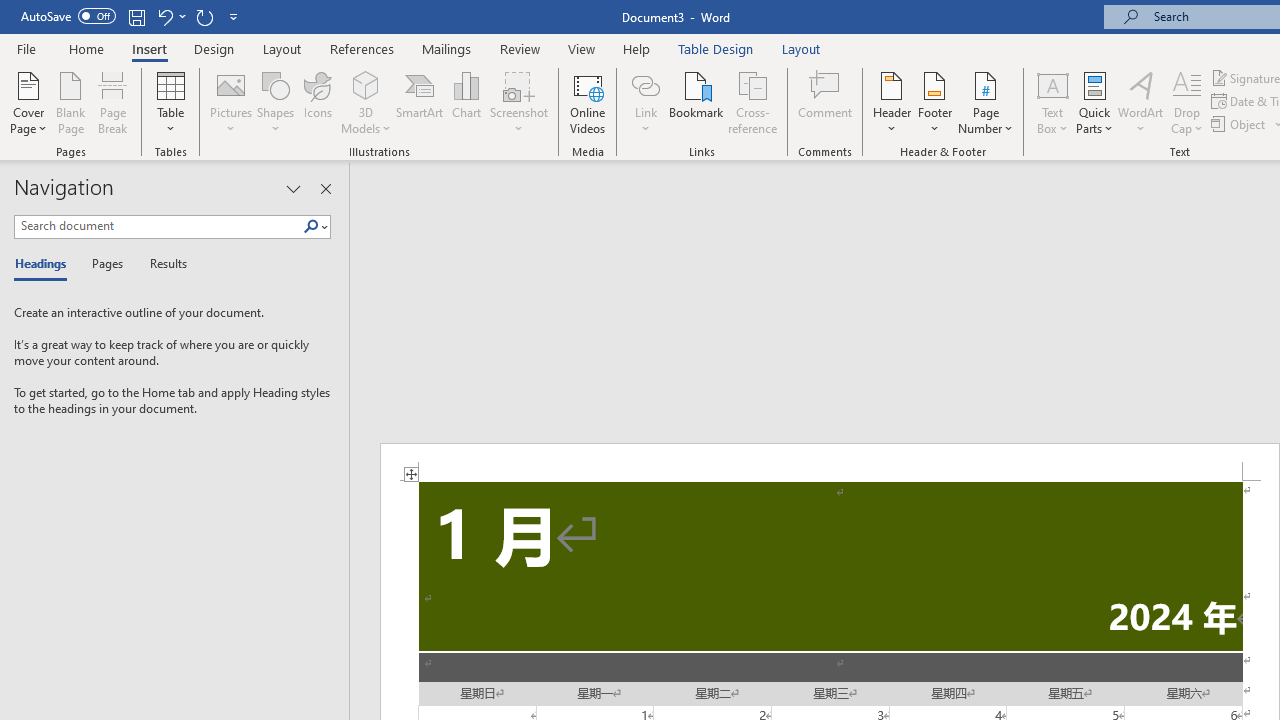 Image resolution: width=1280 pixels, height=720 pixels. What do you see at coordinates (170, 16) in the screenshot?
I see `'Undo Increase Indent'` at bounding box center [170, 16].